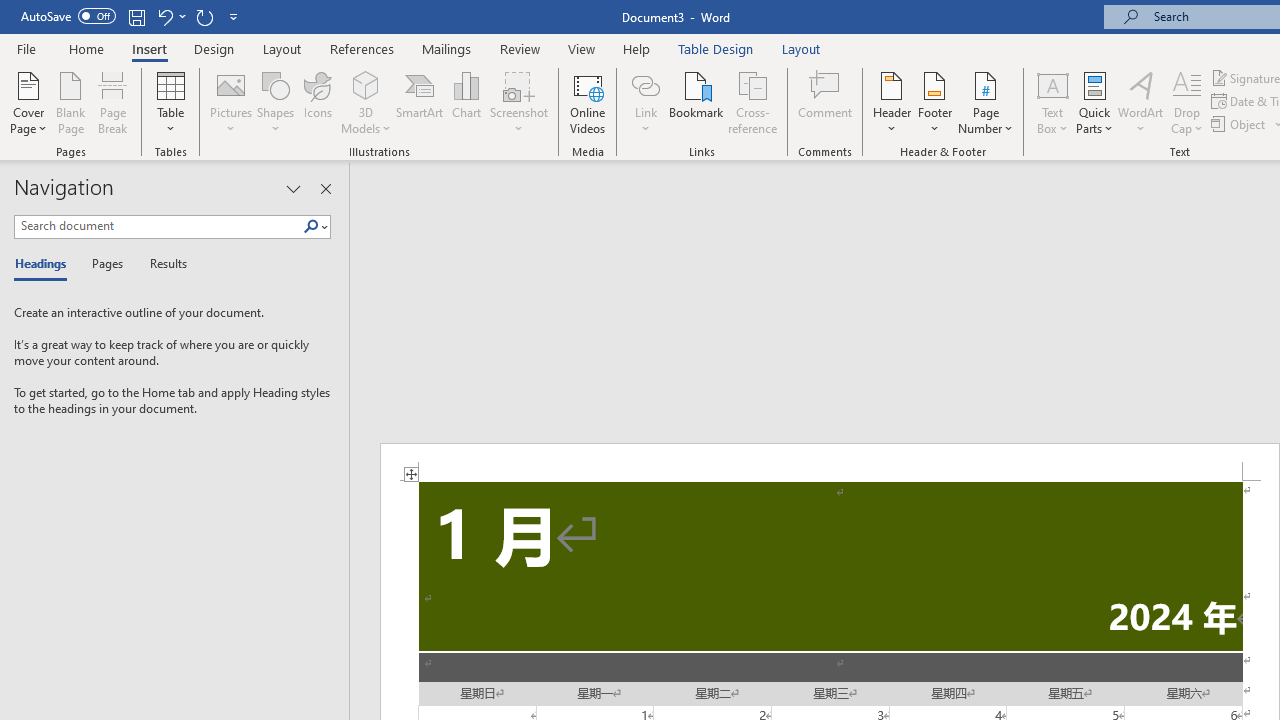 Image resolution: width=1280 pixels, height=720 pixels. What do you see at coordinates (170, 16) in the screenshot?
I see `'Undo Increase Indent'` at bounding box center [170, 16].